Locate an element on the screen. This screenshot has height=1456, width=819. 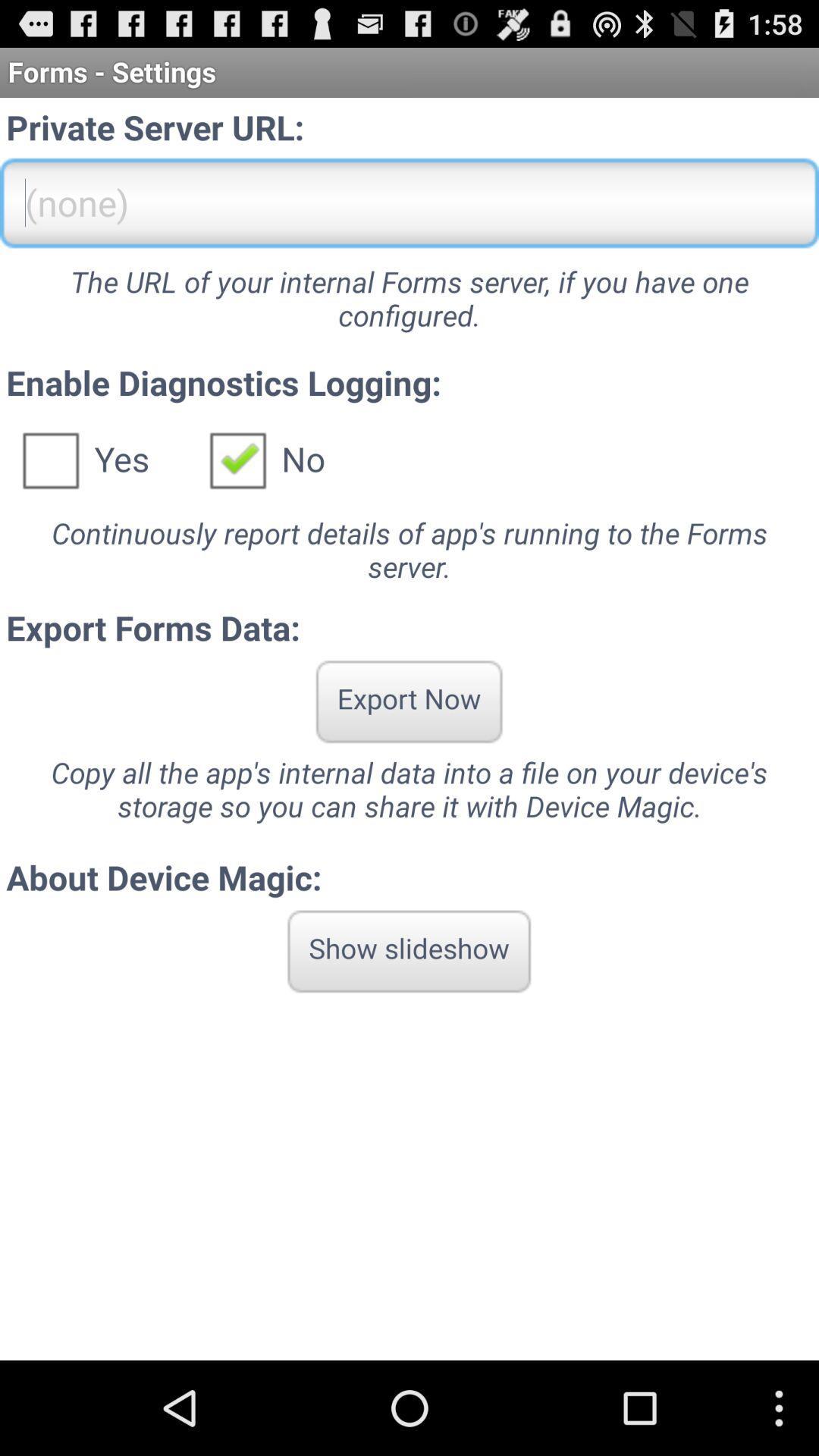
the item below about device magic: app is located at coordinates (408, 950).